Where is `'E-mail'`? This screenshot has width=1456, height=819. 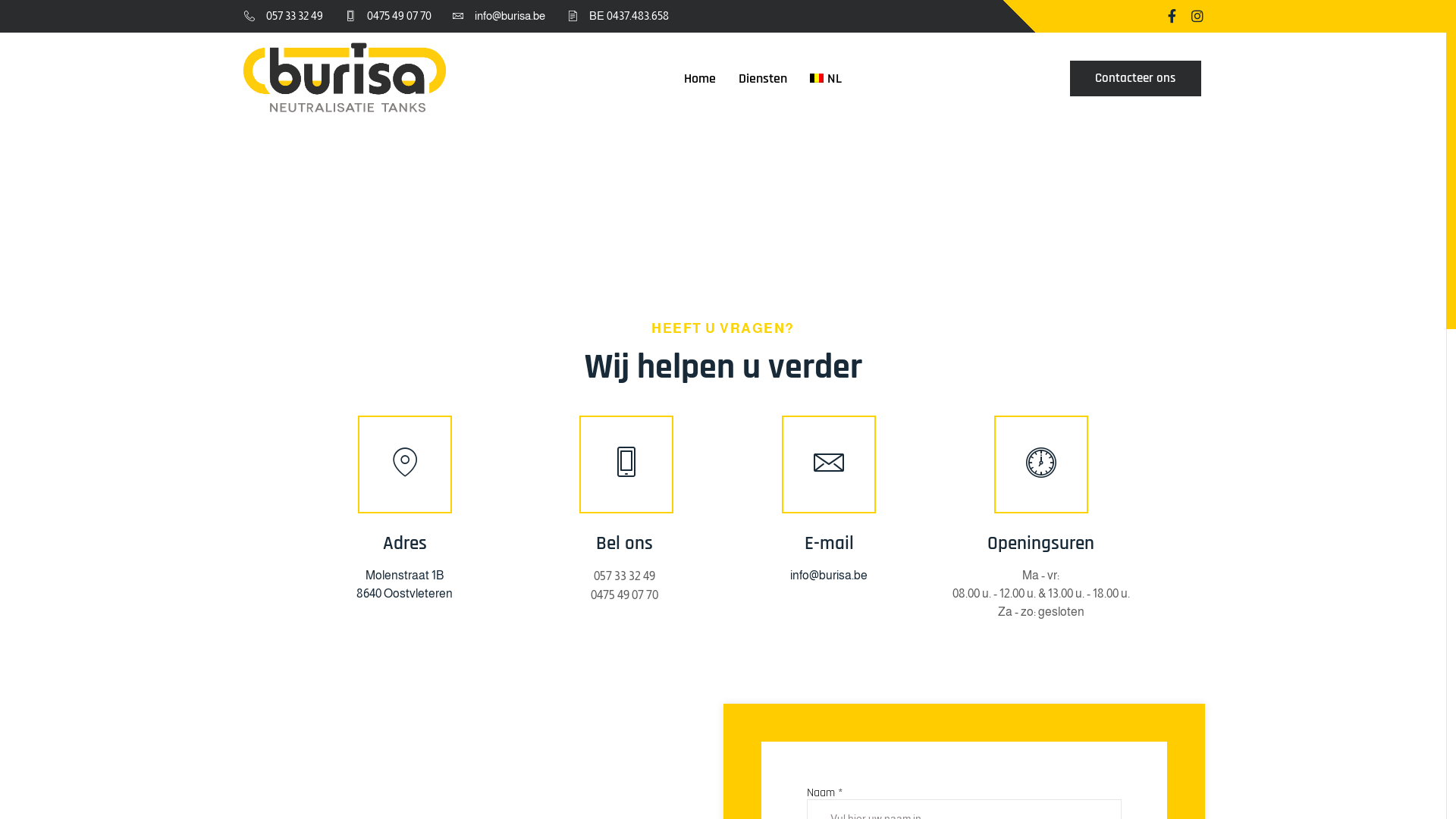
'E-mail' is located at coordinates (828, 543).